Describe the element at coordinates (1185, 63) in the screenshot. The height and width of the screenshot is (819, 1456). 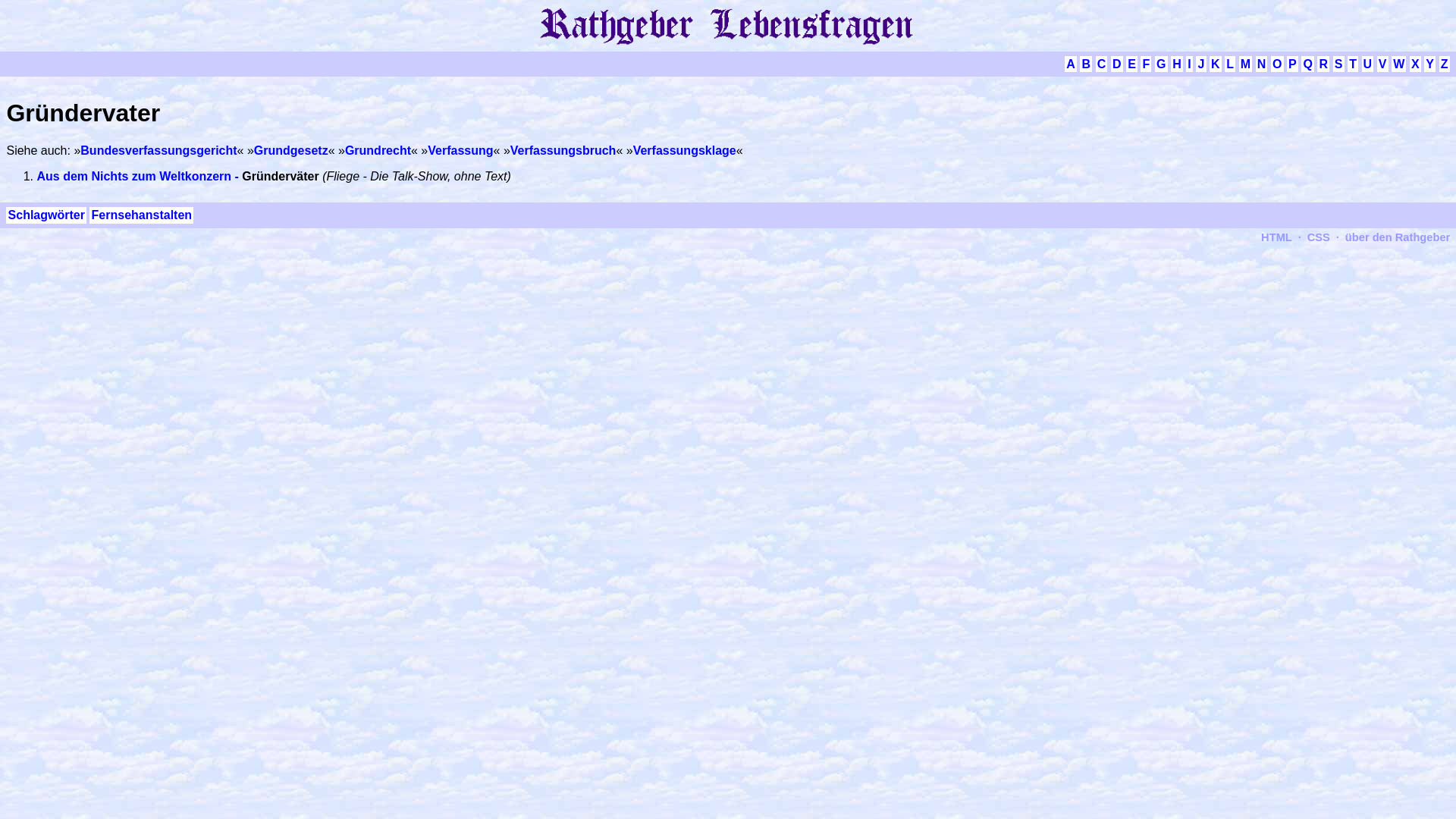
I see `'I'` at that location.